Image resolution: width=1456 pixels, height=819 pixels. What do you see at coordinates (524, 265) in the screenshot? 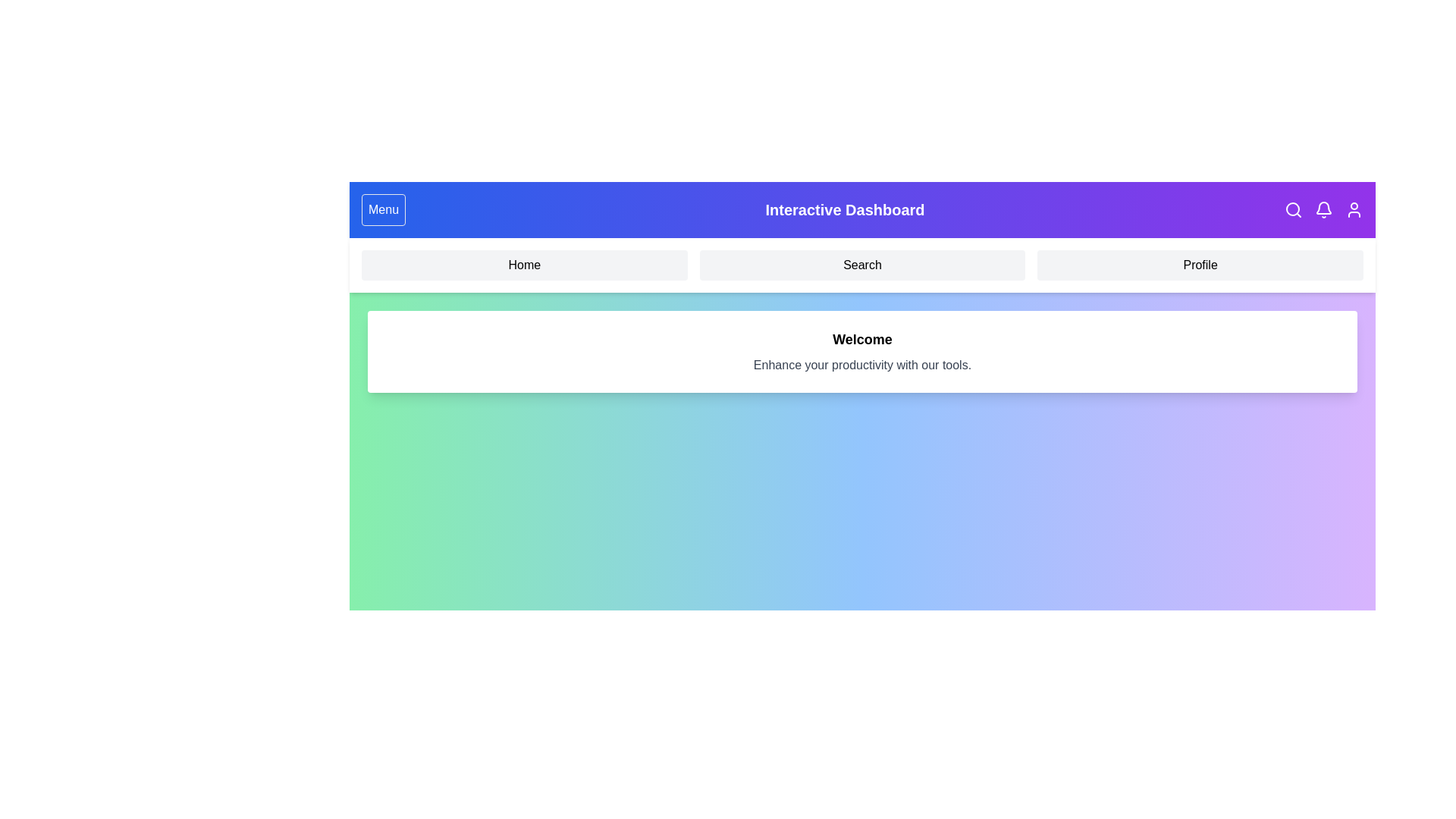
I see `the 'Home' link in the menu` at bounding box center [524, 265].